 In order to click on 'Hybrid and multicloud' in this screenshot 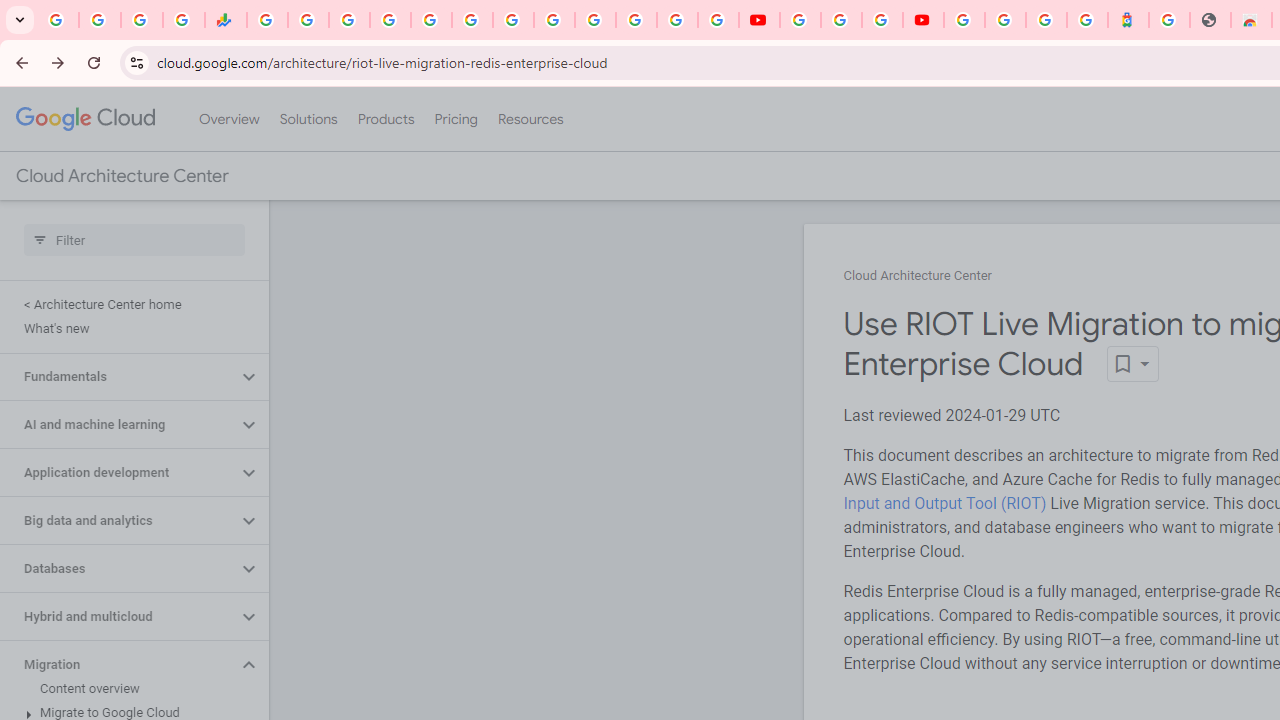, I will do `click(117, 616)`.